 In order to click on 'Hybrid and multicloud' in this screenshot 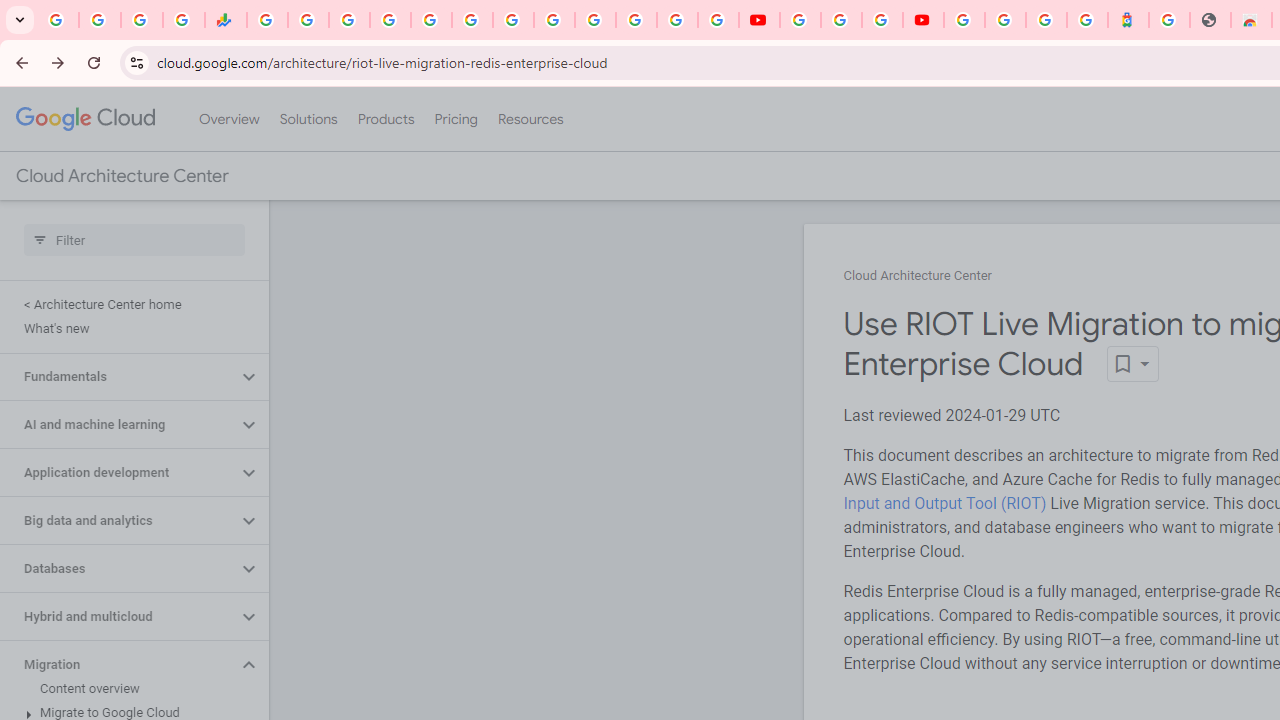, I will do `click(117, 616)`.